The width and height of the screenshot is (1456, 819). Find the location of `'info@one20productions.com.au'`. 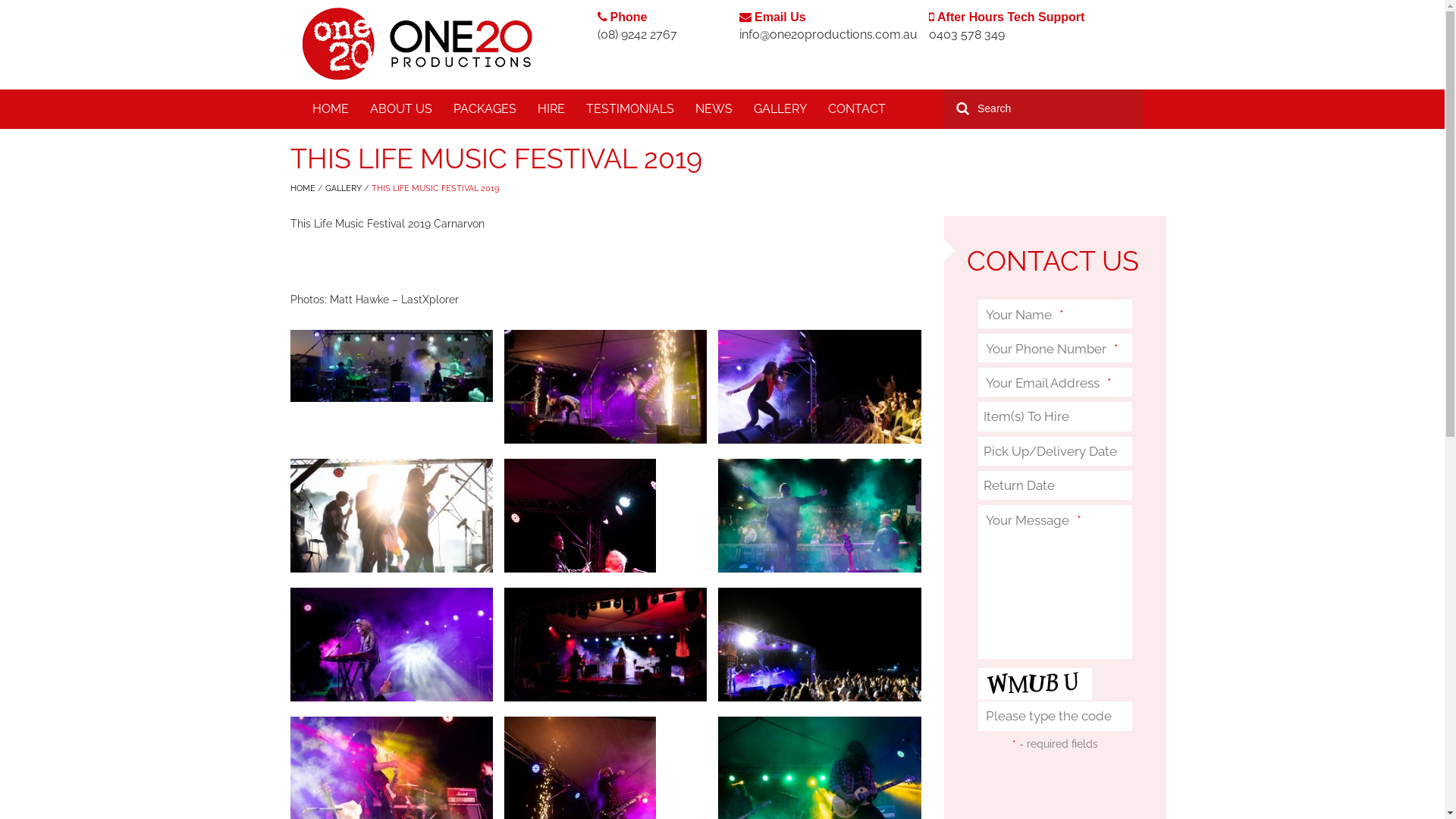

'info@one20productions.com.au' is located at coordinates (827, 34).